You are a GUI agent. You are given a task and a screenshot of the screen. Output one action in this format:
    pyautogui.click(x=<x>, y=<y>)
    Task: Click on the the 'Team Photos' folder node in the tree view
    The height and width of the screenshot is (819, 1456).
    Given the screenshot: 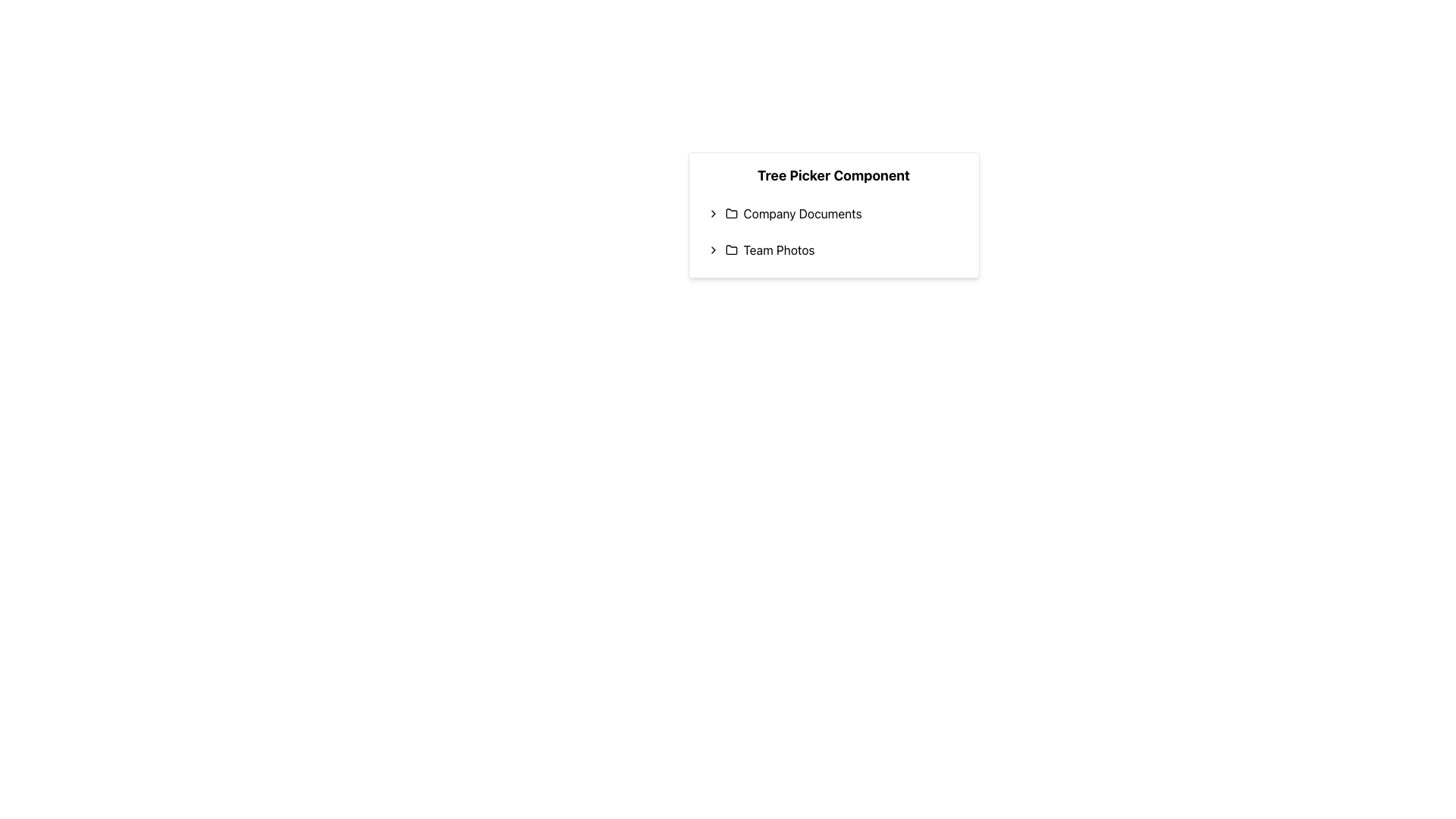 What is the action you would take?
    pyautogui.click(x=833, y=249)
    